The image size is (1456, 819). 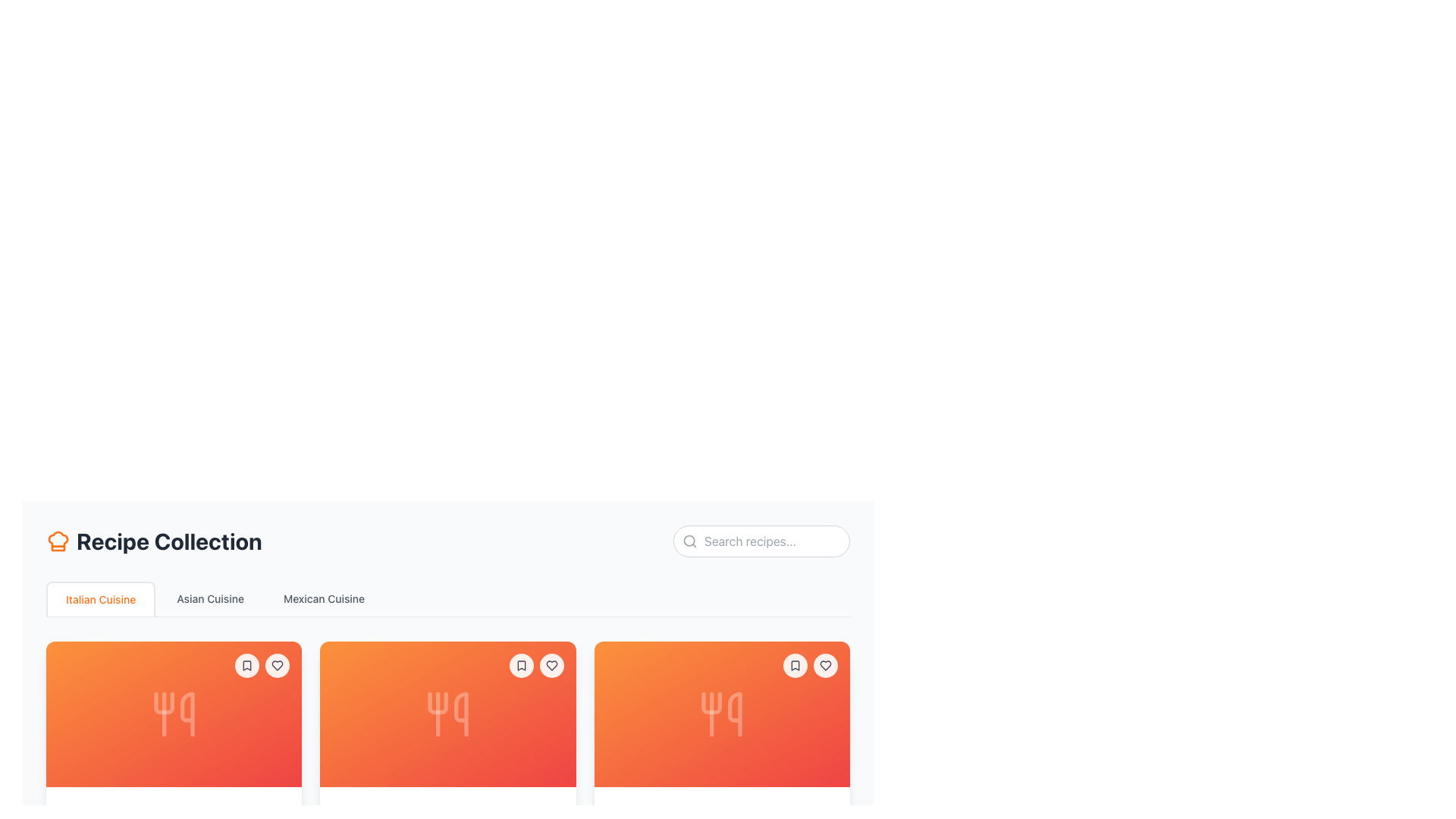 I want to click on the heart icon button in the top-right corner of the orange recipe card to potentially reveal additional options, so click(x=551, y=665).